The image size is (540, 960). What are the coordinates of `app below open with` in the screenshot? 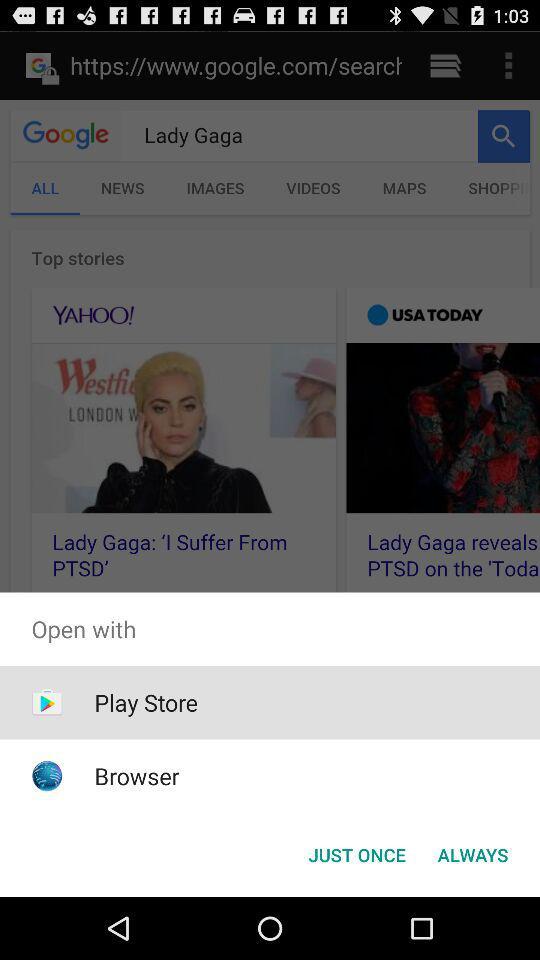 It's located at (472, 853).